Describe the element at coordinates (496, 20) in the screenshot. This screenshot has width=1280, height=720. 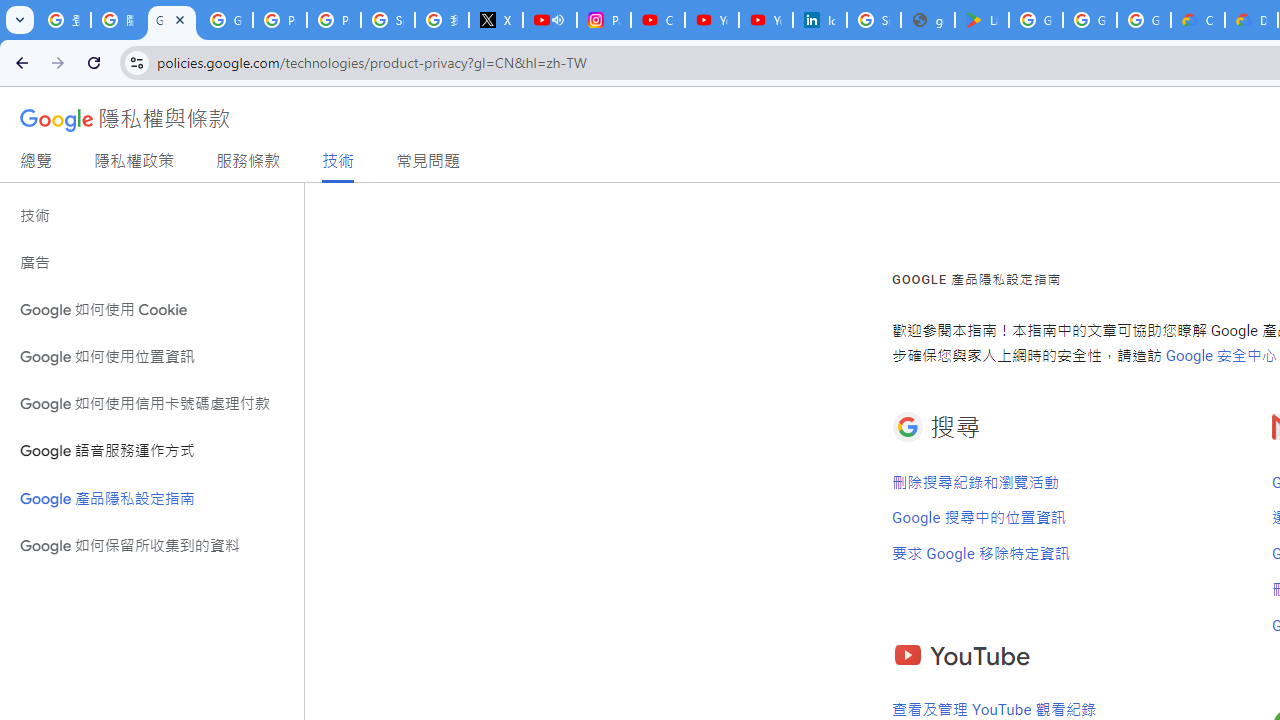
I see `'X'` at that location.